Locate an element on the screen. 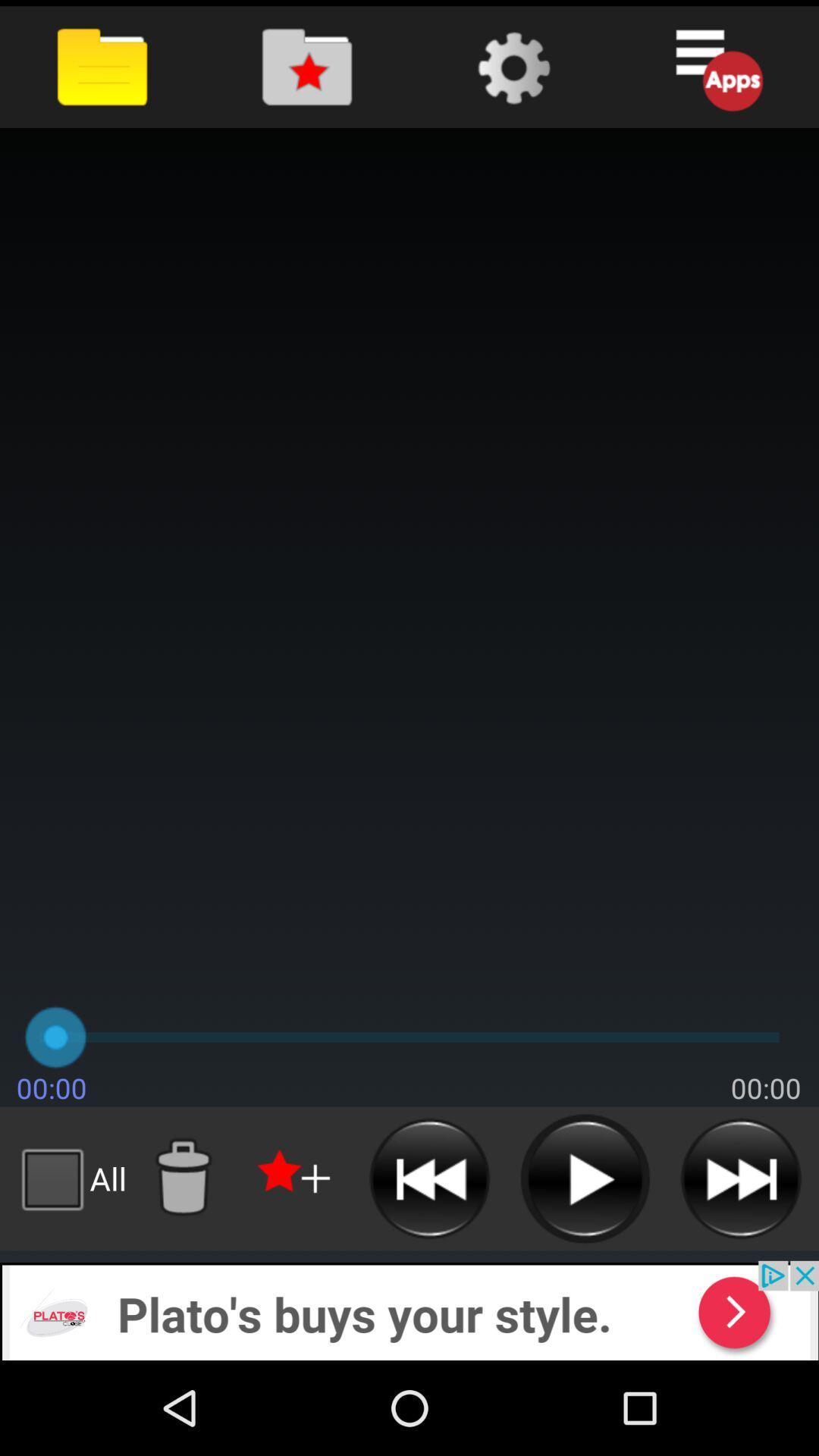 The width and height of the screenshot is (819, 1456). button is located at coordinates (584, 1178).